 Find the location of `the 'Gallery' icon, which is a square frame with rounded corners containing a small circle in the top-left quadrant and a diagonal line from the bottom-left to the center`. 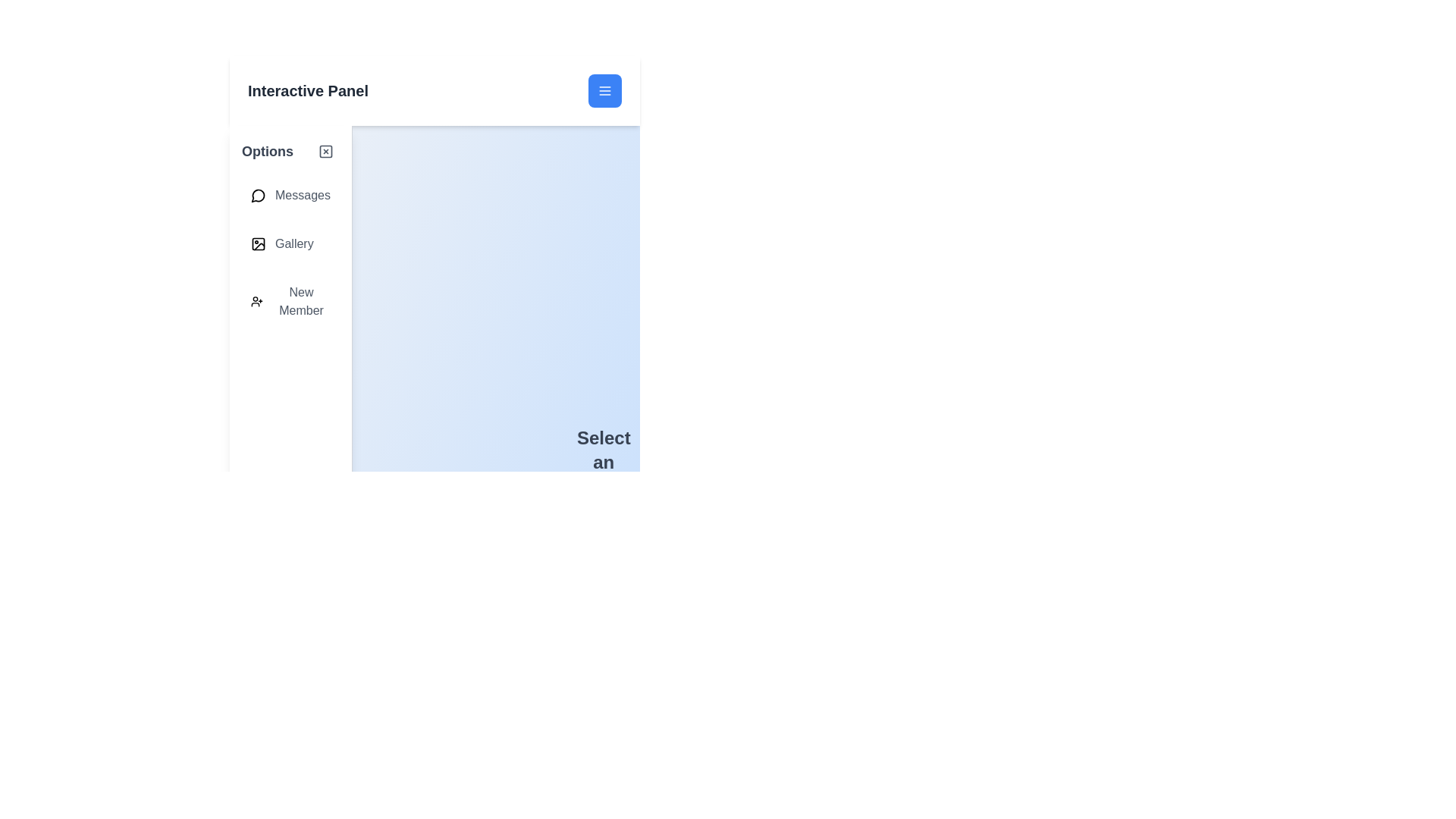

the 'Gallery' icon, which is a square frame with rounded corners containing a small circle in the top-left quadrant and a diagonal line from the bottom-left to the center is located at coordinates (258, 243).